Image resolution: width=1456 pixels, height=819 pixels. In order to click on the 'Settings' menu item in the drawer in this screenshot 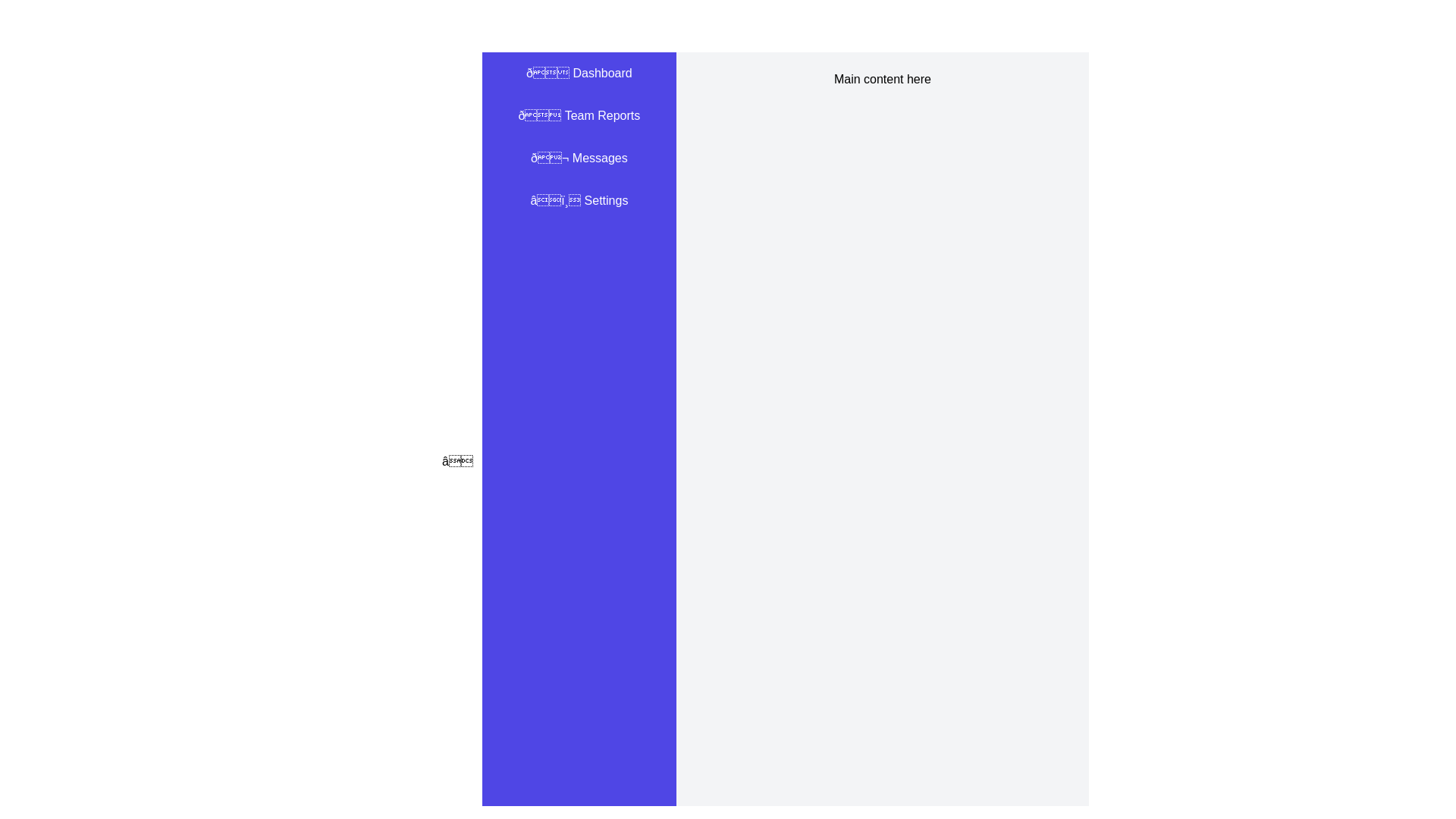, I will do `click(578, 199)`.